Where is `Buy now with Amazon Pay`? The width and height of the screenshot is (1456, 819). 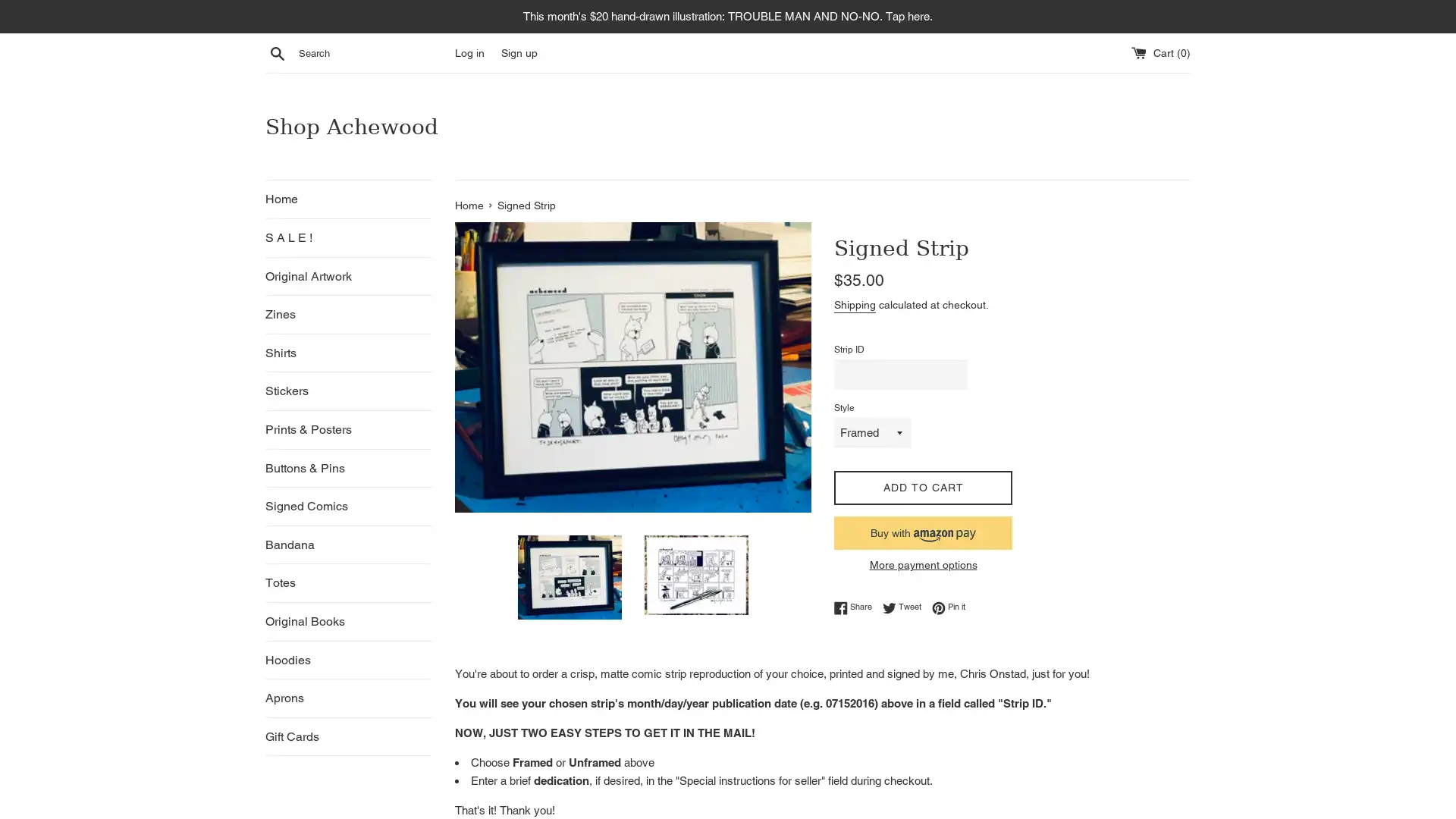 Buy now with Amazon Pay is located at coordinates (922, 532).